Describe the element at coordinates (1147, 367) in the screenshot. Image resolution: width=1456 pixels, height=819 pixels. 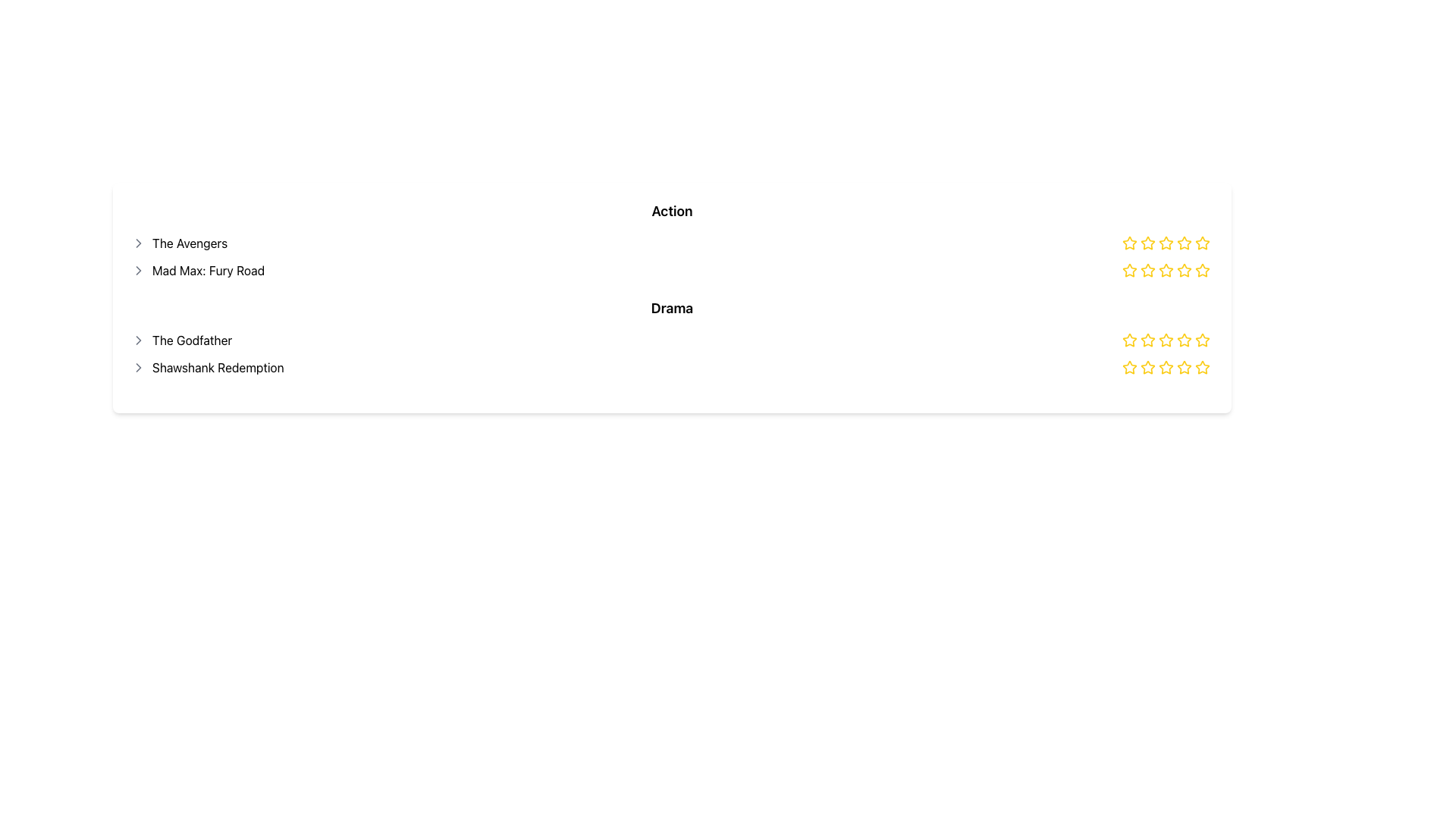
I see `the first star in the third row of rating stars for the item 'Shawshank Redemption' in the 'Drama' section to rate it` at that location.